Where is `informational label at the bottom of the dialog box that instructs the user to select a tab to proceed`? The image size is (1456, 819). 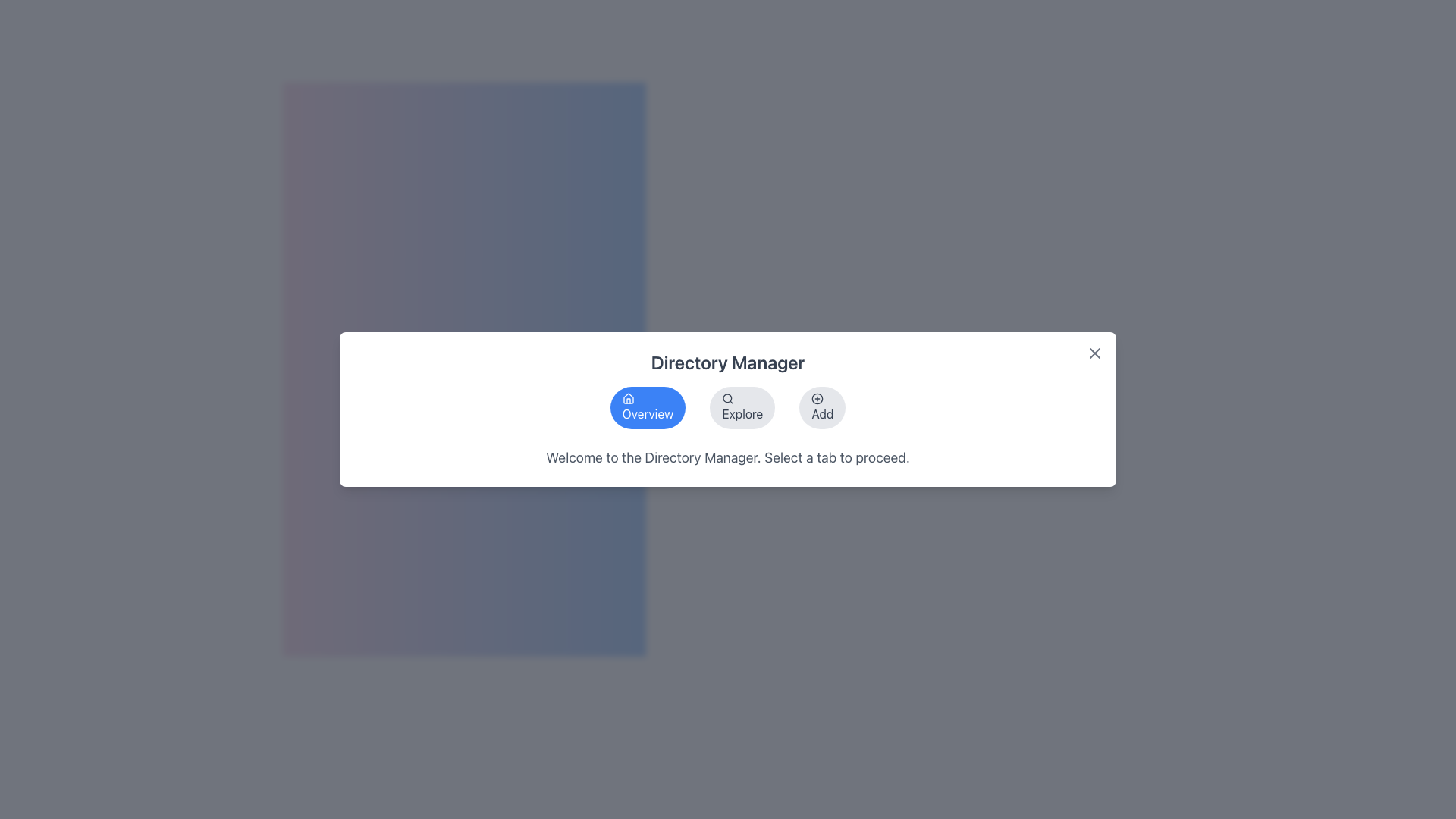 informational label at the bottom of the dialog box that instructs the user to select a tab to proceed is located at coordinates (728, 457).